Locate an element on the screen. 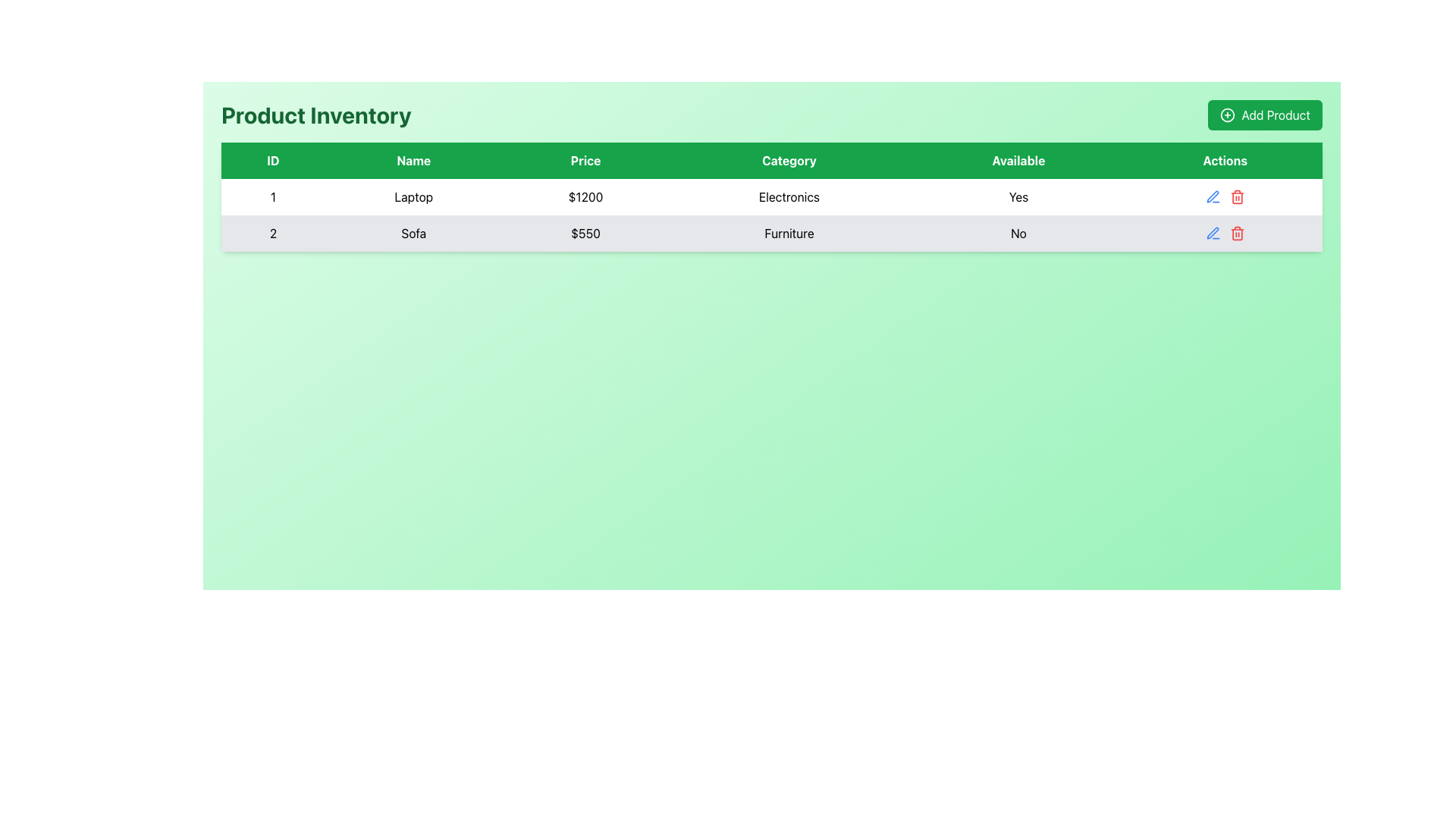 The height and width of the screenshot is (819, 1456). the 'Add Product' button with a green background and rounded edges located at the top-right corner of the 'Product Inventory' section is located at coordinates (1265, 114).